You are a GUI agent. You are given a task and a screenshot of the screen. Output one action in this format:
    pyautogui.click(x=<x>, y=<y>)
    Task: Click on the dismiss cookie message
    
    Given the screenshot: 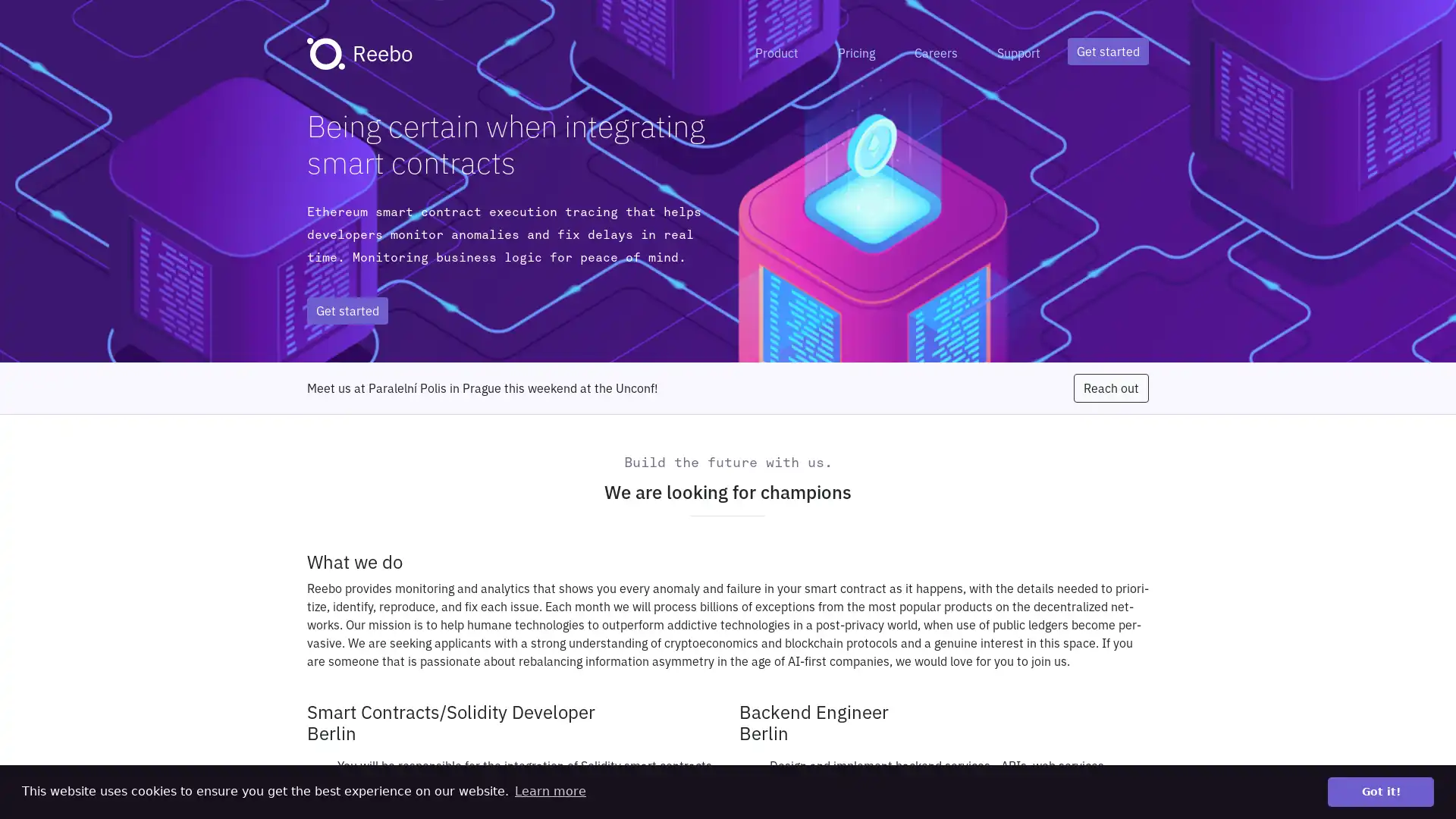 What is the action you would take?
    pyautogui.click(x=1380, y=791)
    